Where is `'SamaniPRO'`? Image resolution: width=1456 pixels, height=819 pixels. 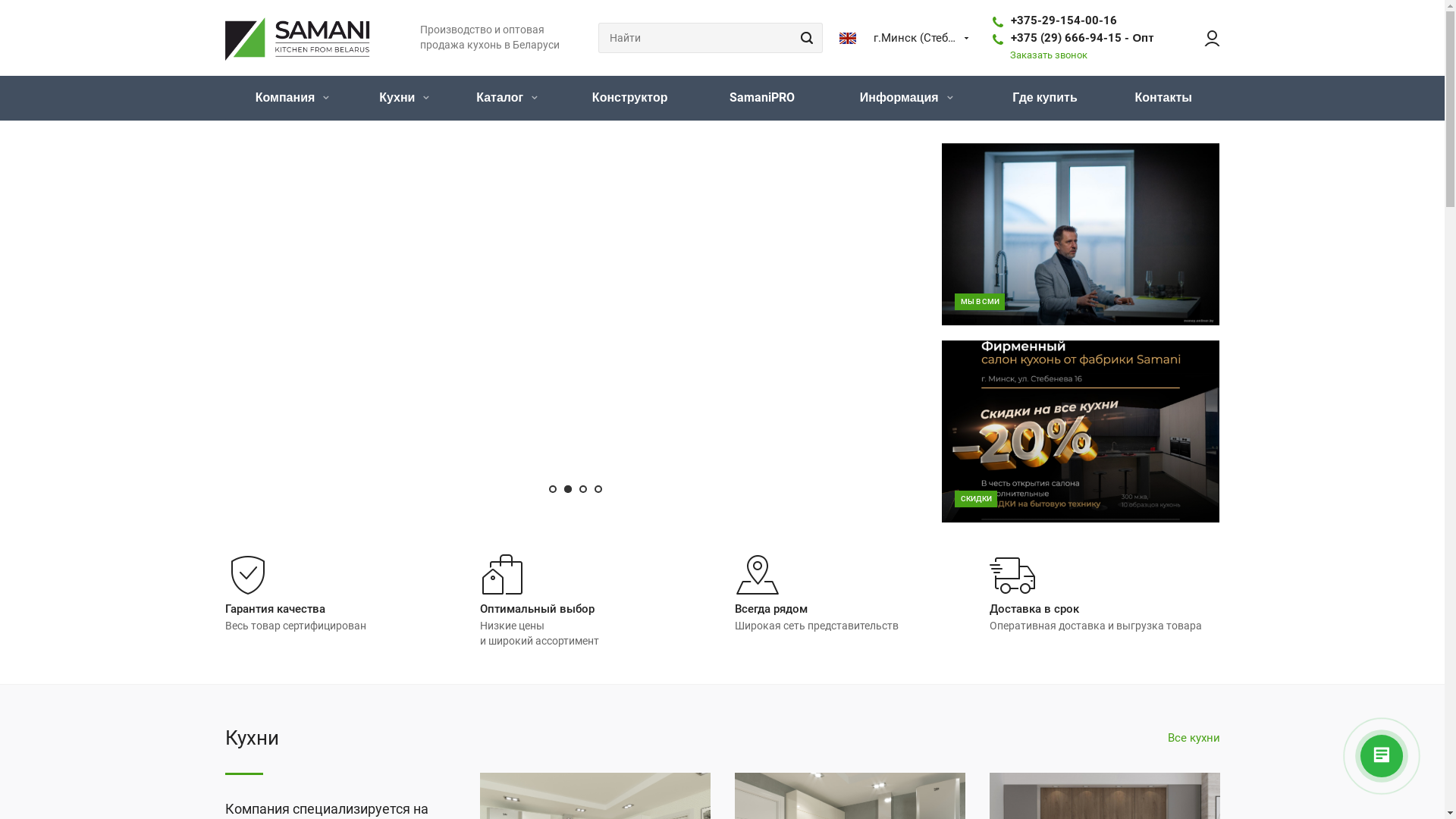
'SamaniPRO' is located at coordinates (761, 98).